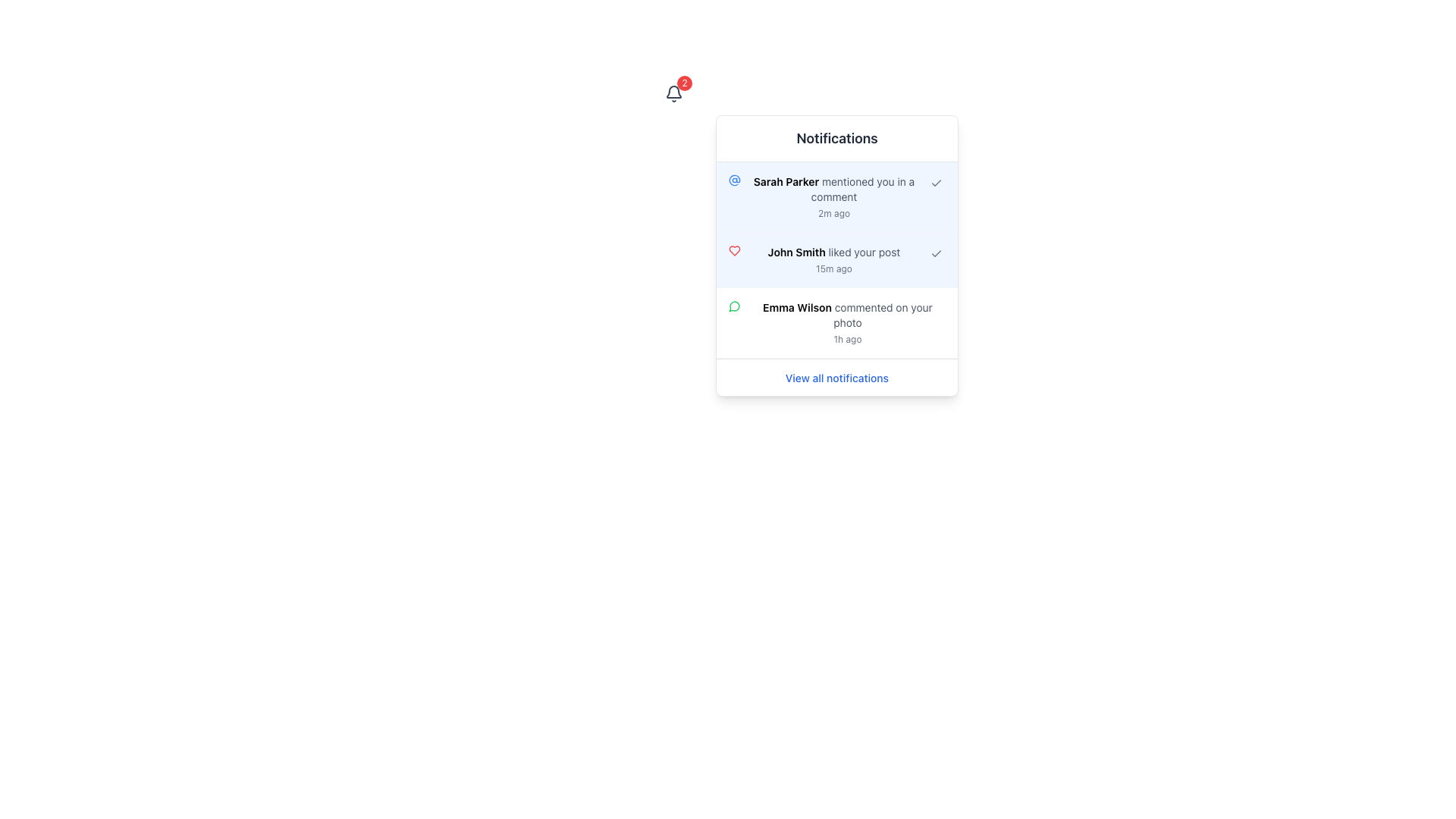  What do you see at coordinates (847, 315) in the screenshot?
I see `the text label that informs the user about an activity, specifically indicating 'Emma Wilson' commenting on their photo, located in the Notifications panel` at bounding box center [847, 315].